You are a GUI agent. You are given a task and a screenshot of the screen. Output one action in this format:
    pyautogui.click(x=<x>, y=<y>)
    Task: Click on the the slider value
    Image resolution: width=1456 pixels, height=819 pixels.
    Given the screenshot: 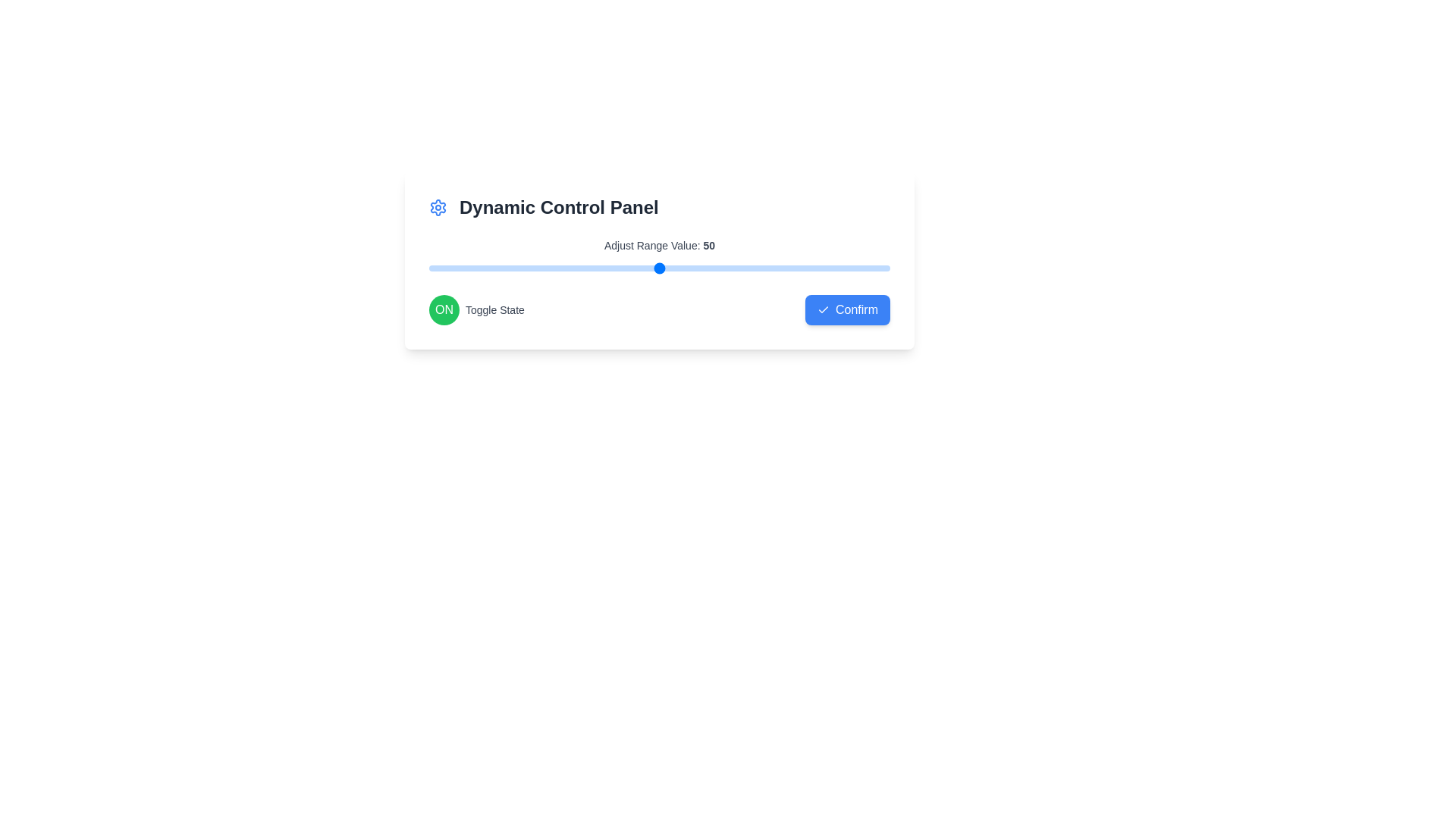 What is the action you would take?
    pyautogui.click(x=641, y=268)
    